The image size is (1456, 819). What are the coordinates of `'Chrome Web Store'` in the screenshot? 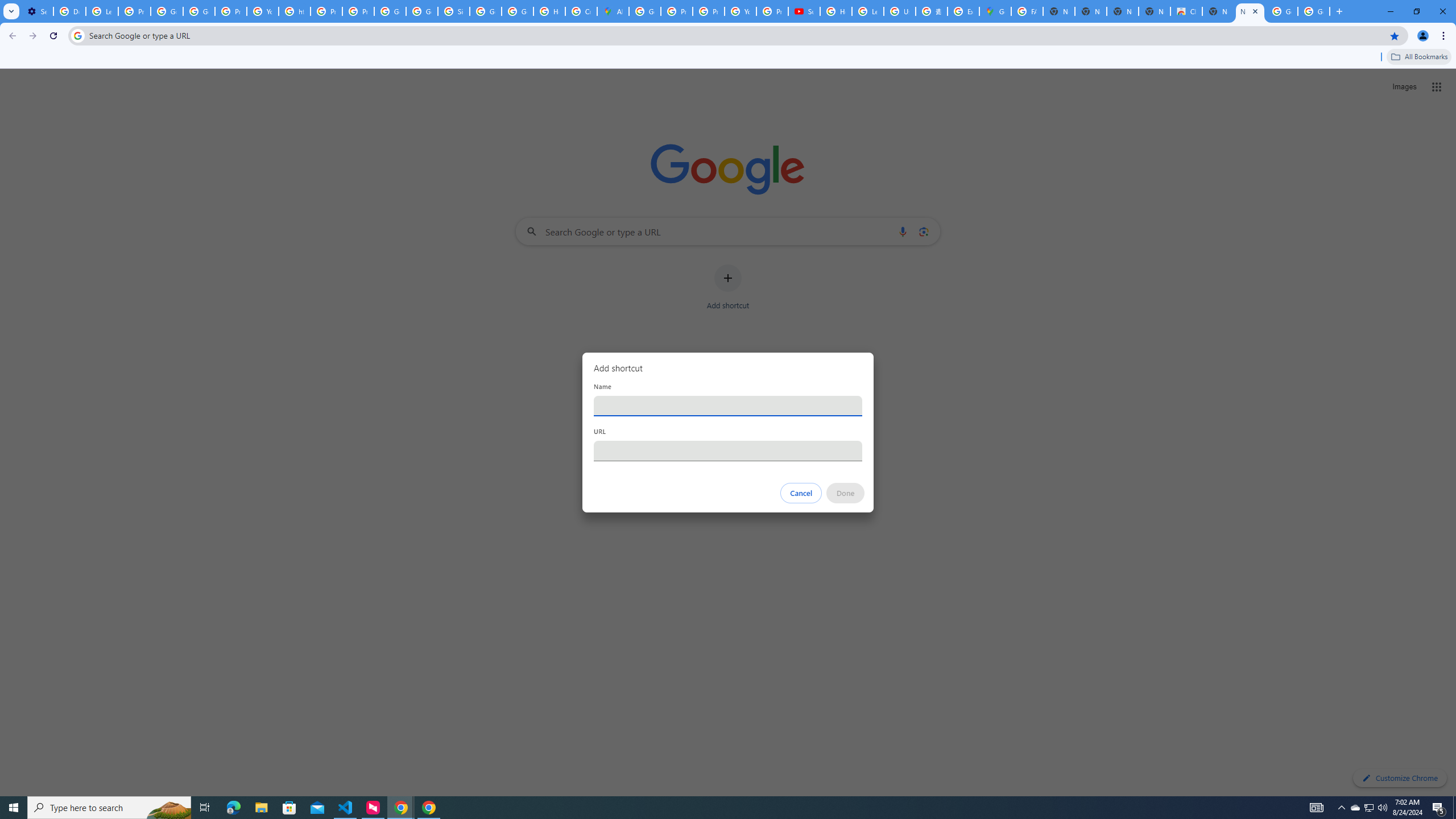 It's located at (1185, 11).